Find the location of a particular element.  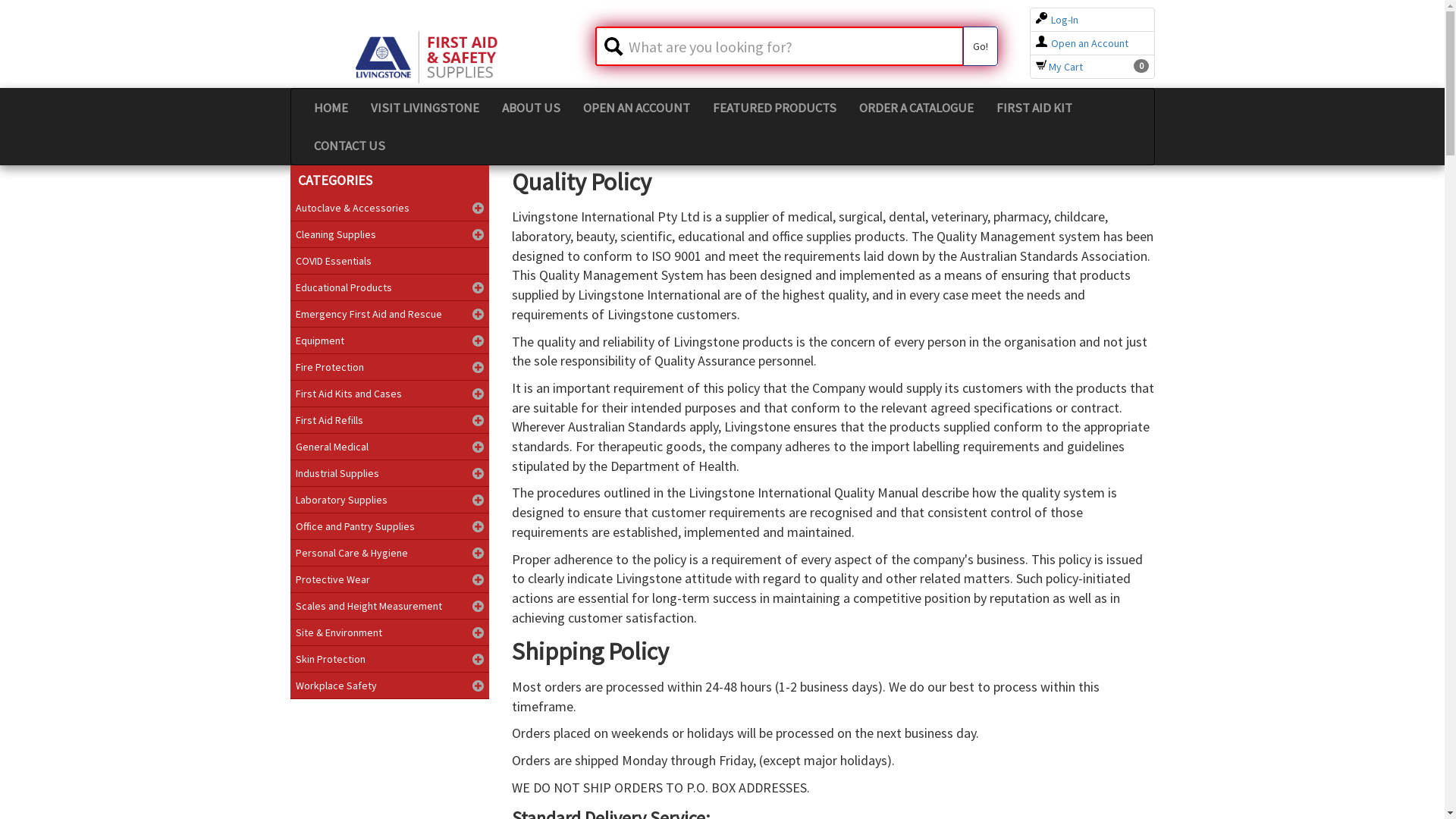

'Autoclave & Accessories' is located at coordinates (389, 207).